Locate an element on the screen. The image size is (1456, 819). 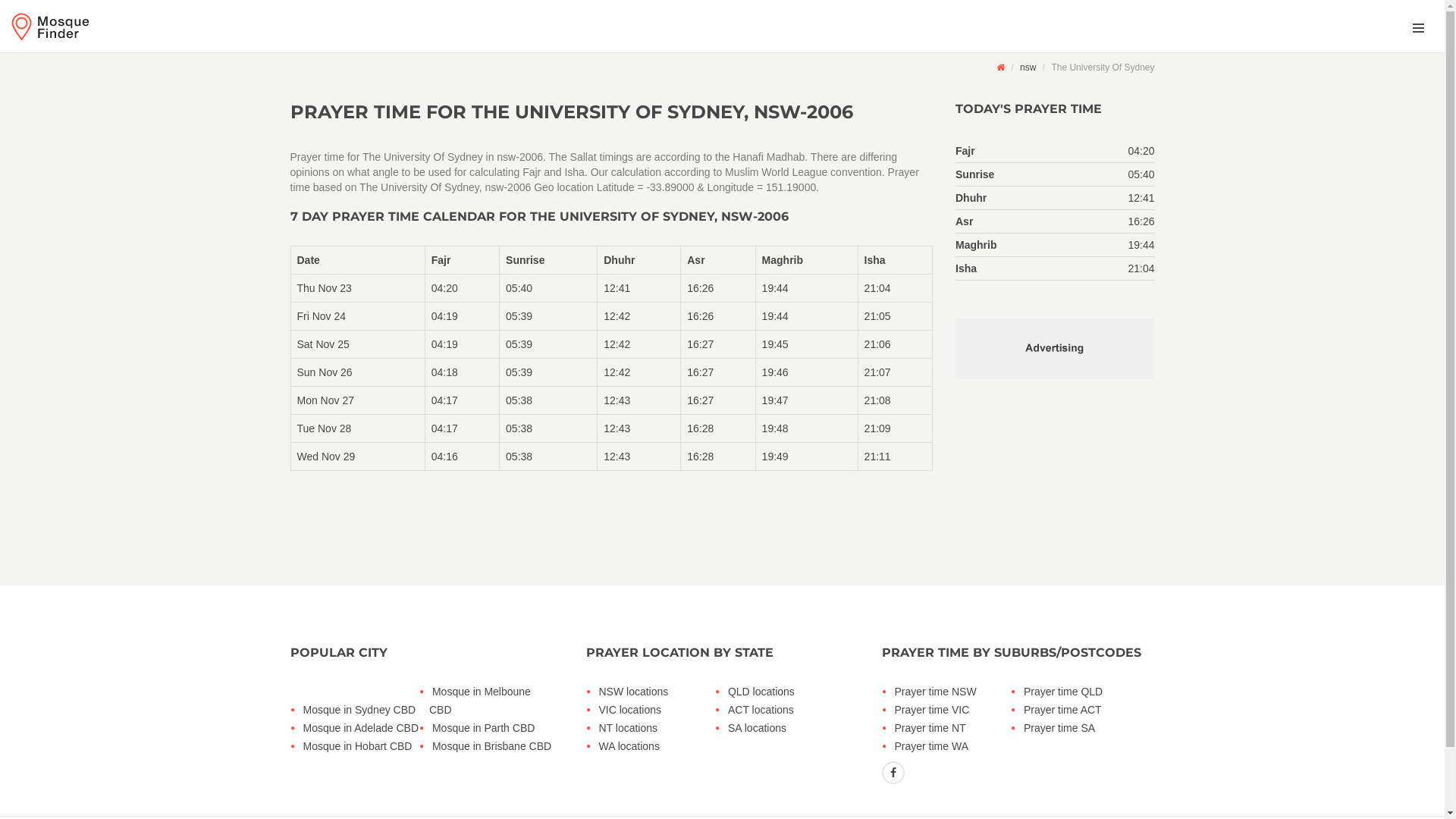
'Prayer time NT' is located at coordinates (954, 727).